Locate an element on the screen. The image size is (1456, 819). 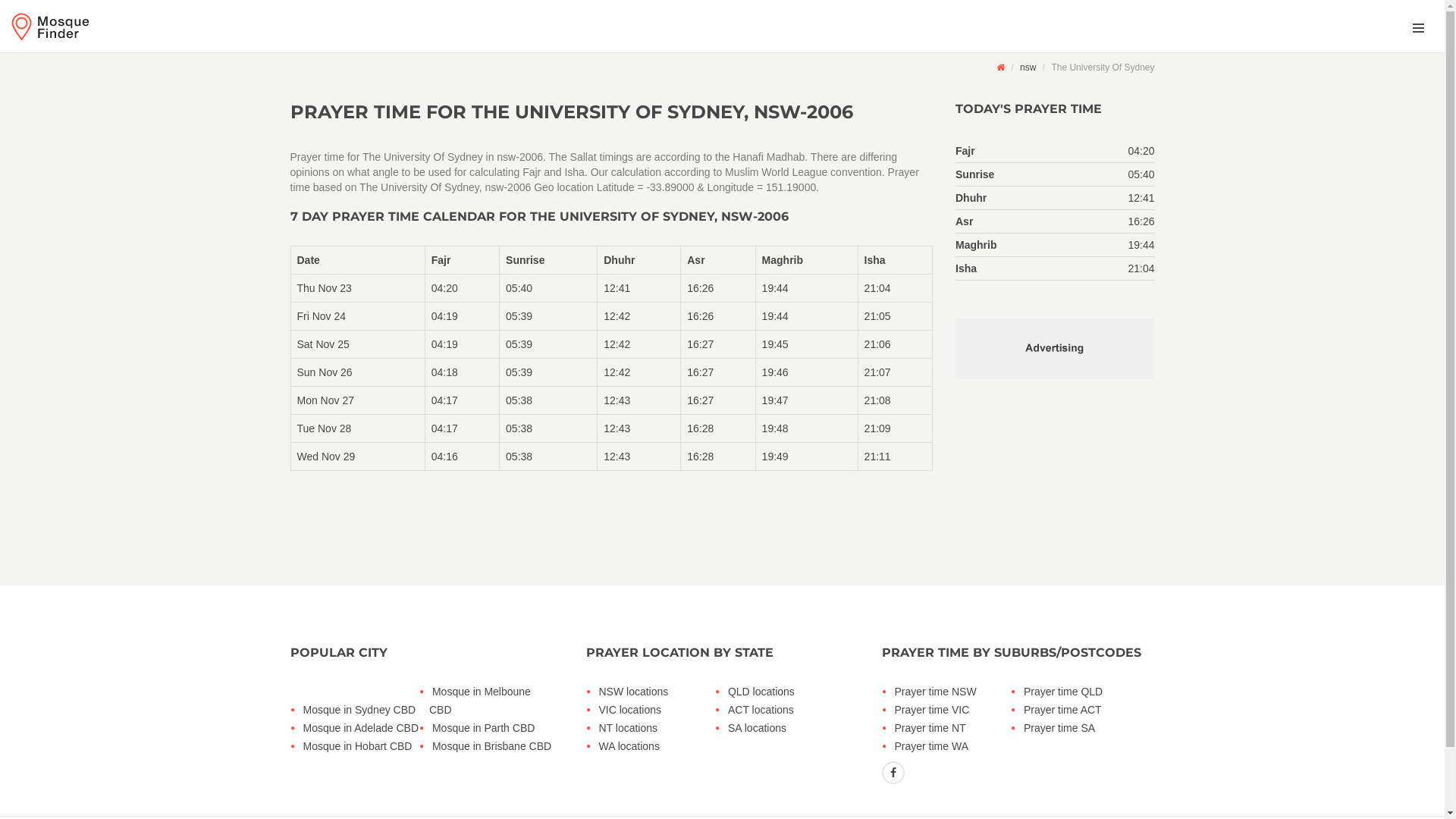
'Prayer time NT' is located at coordinates (954, 727).